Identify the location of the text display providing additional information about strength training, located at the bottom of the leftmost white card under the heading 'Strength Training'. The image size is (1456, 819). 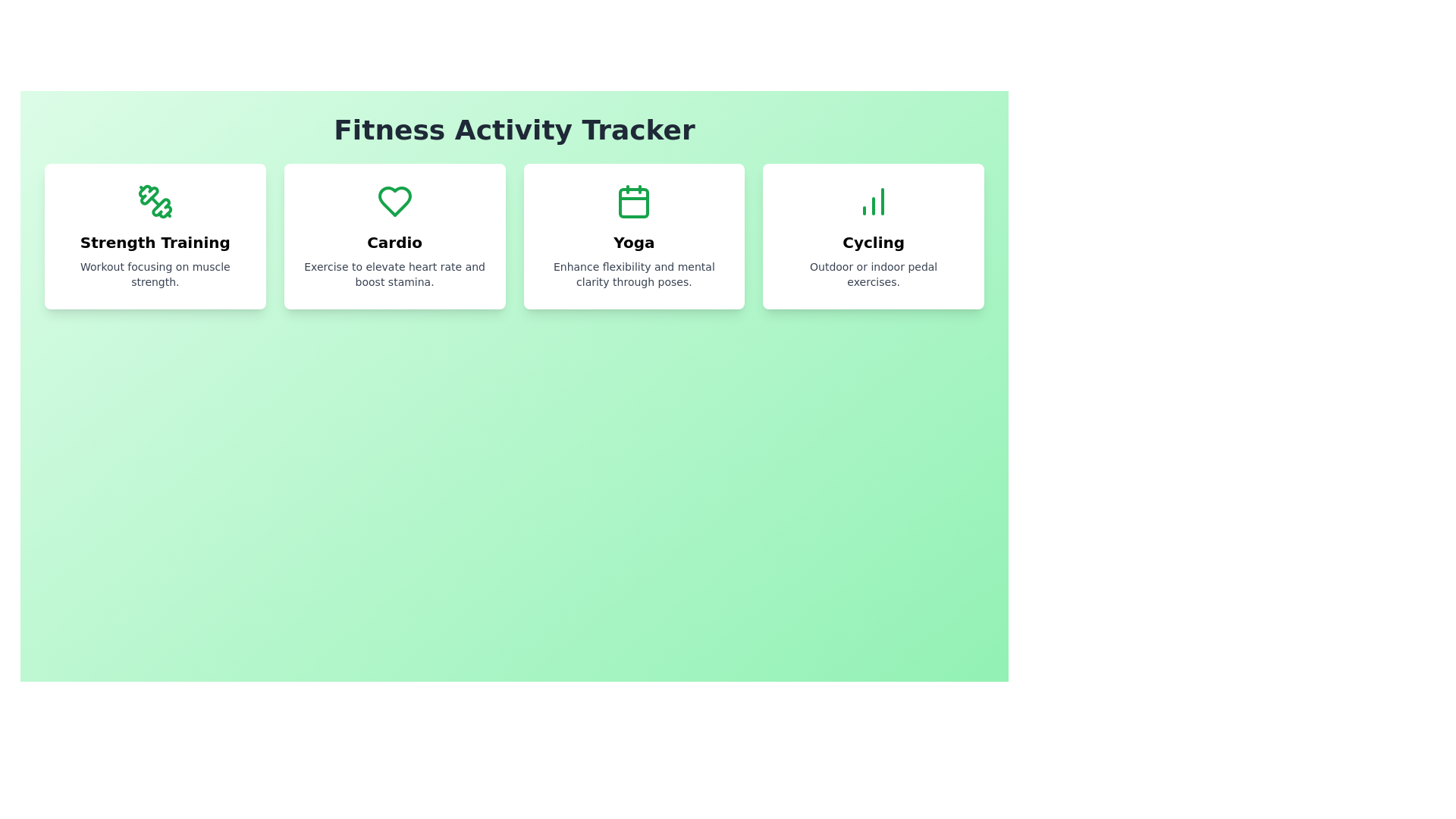
(155, 275).